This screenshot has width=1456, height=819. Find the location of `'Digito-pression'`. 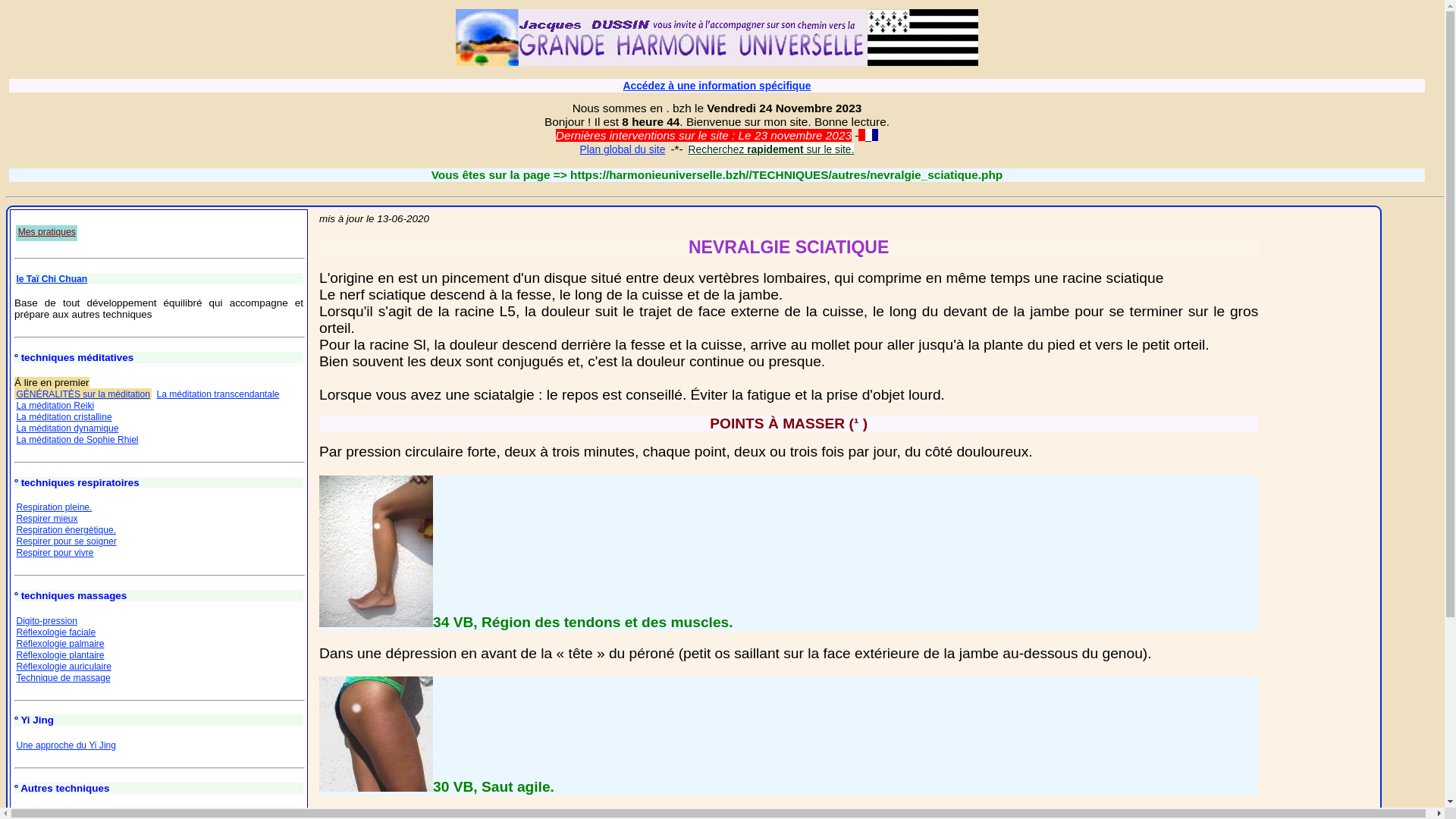

'Digito-pression' is located at coordinates (46, 620).